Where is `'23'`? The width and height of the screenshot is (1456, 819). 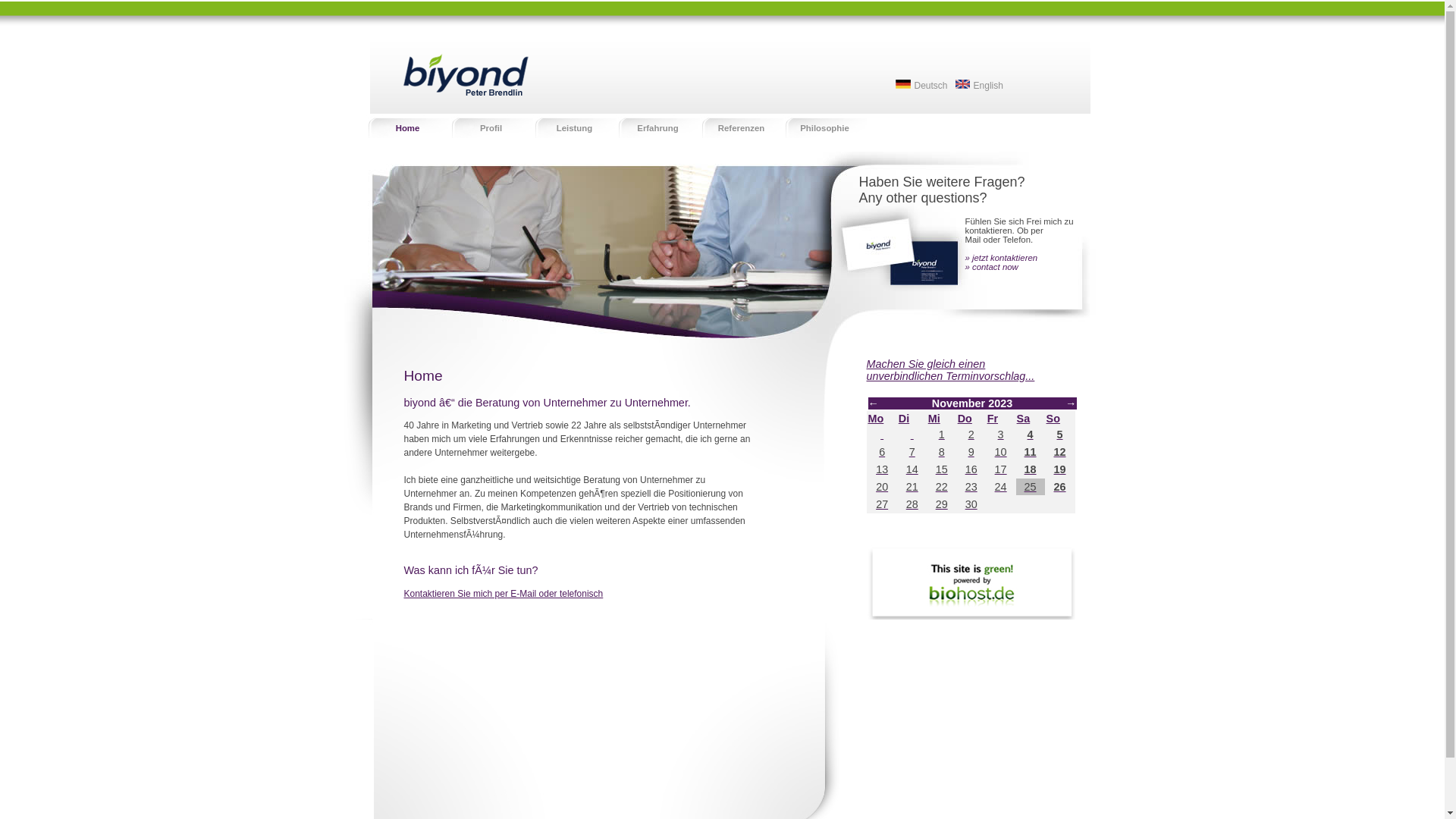 '23' is located at coordinates (964, 486).